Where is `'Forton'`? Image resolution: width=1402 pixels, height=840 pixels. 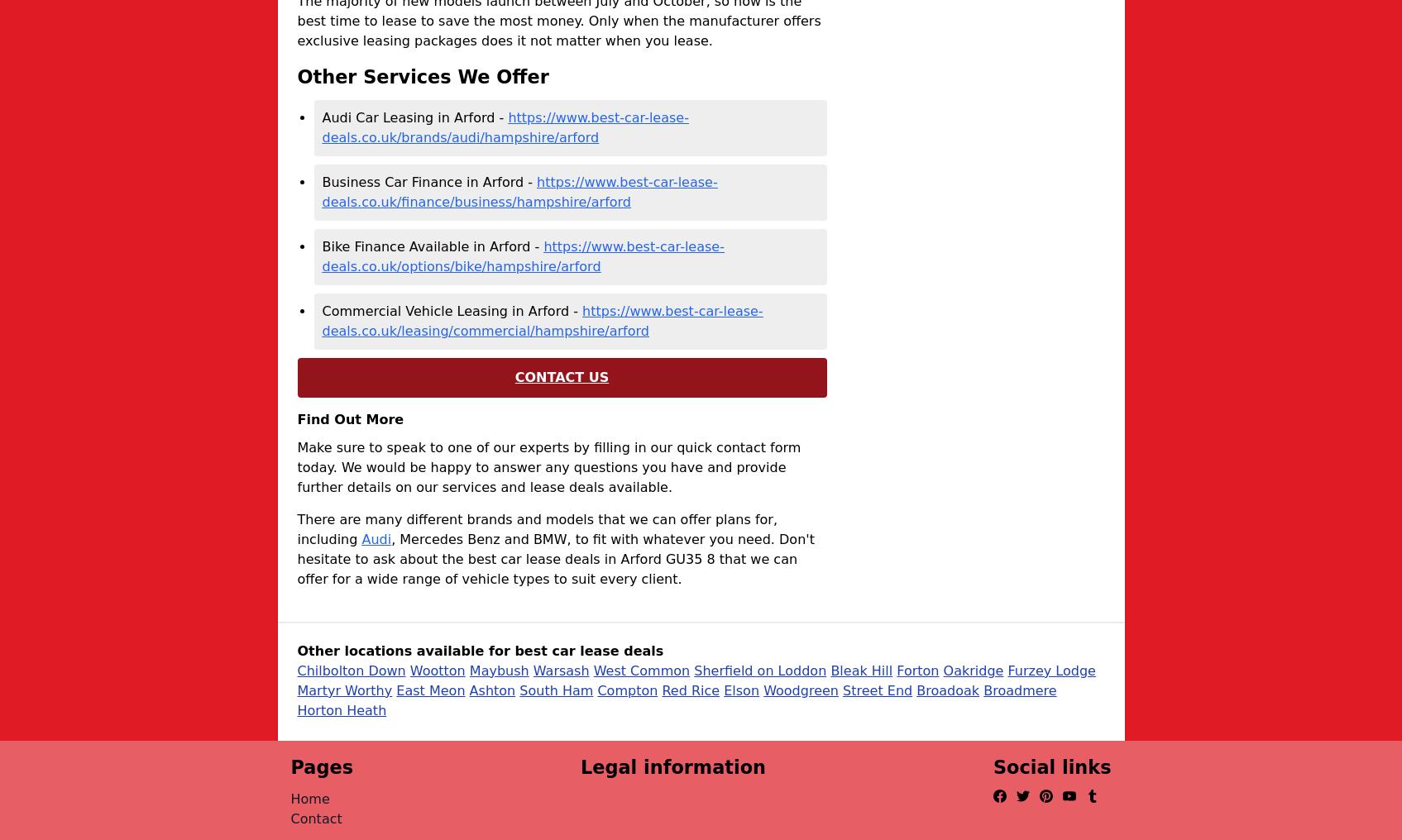 'Forton' is located at coordinates (896, 669).